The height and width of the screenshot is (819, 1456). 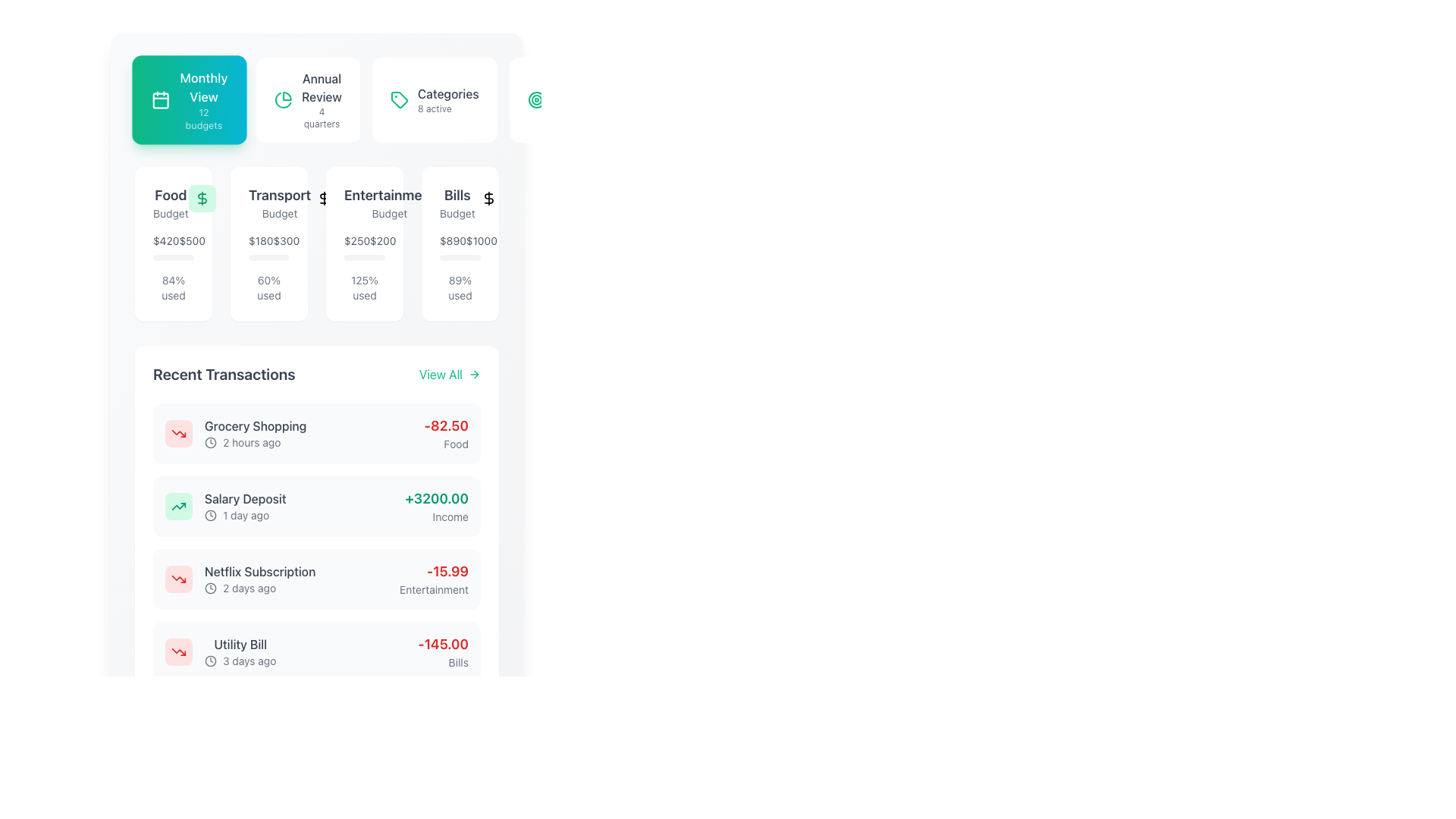 I want to click on the top-right curved segment of the pie chart icon, which visually represents a part of a data visualization feature, so click(x=287, y=96).